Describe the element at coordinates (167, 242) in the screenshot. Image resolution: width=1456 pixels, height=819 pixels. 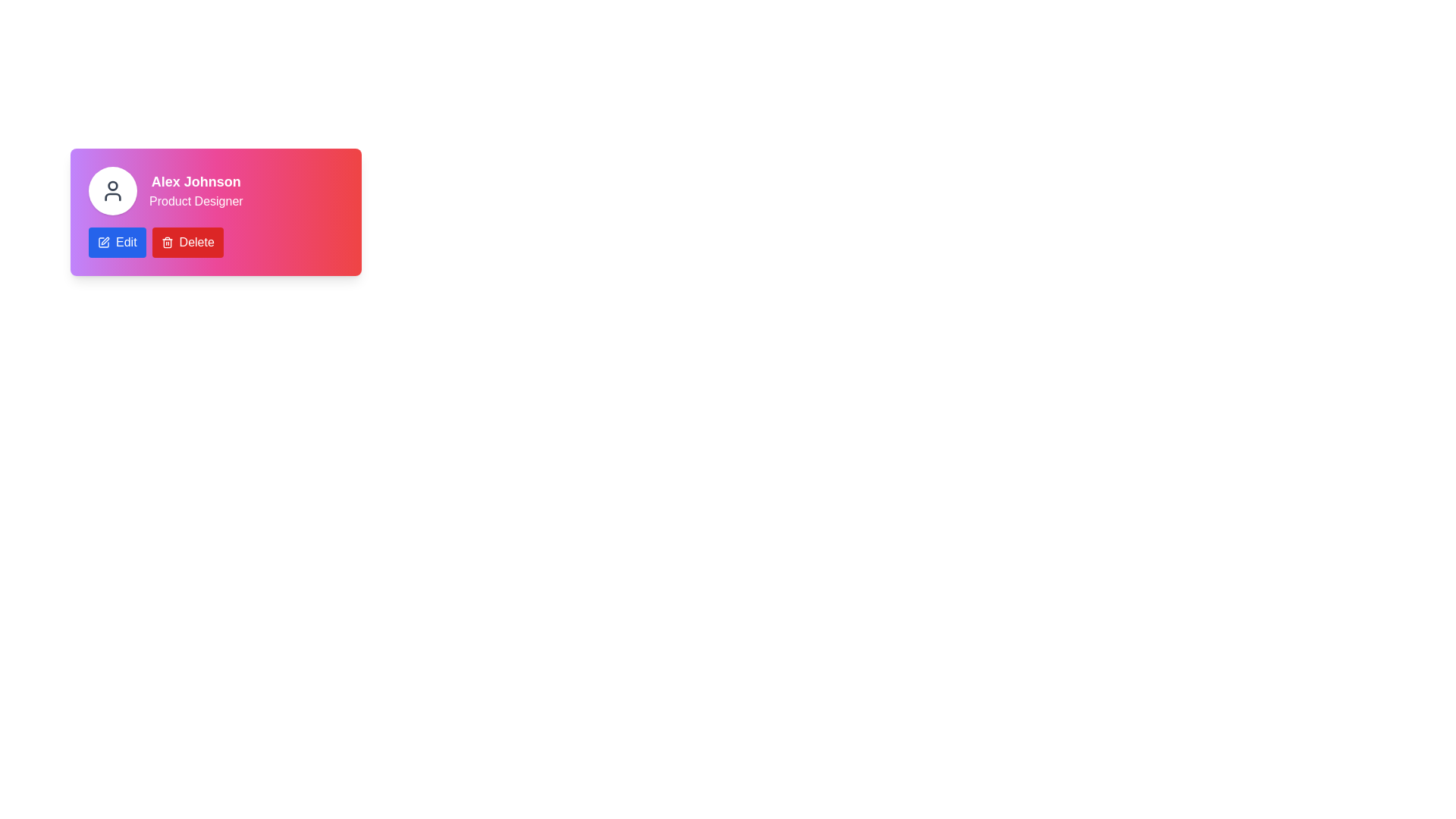
I see `the delete icon located at the leftmost part of the 'Delete' button, which is situated at the bottom right of the user information card` at that location.